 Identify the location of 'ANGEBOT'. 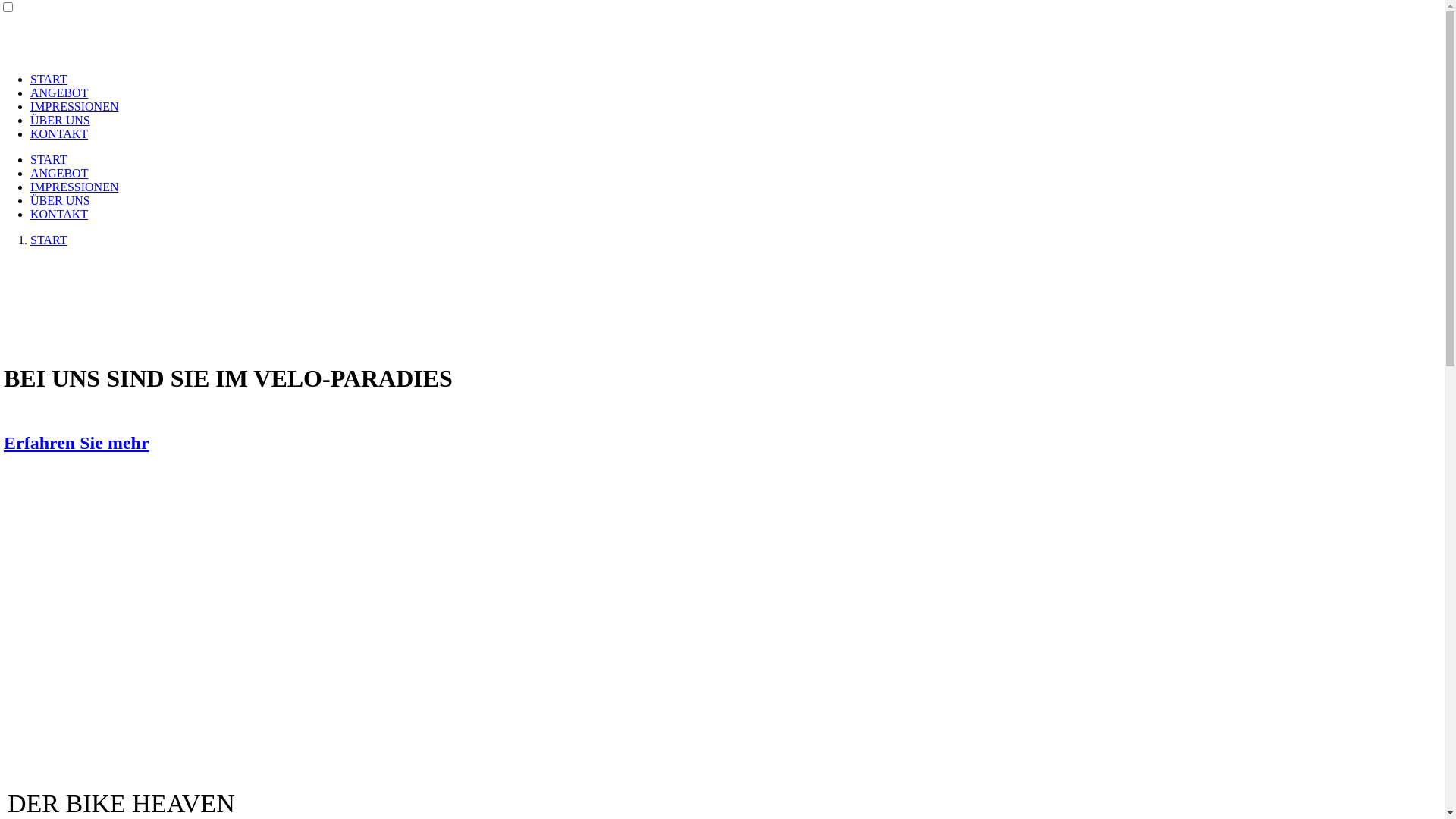
(58, 172).